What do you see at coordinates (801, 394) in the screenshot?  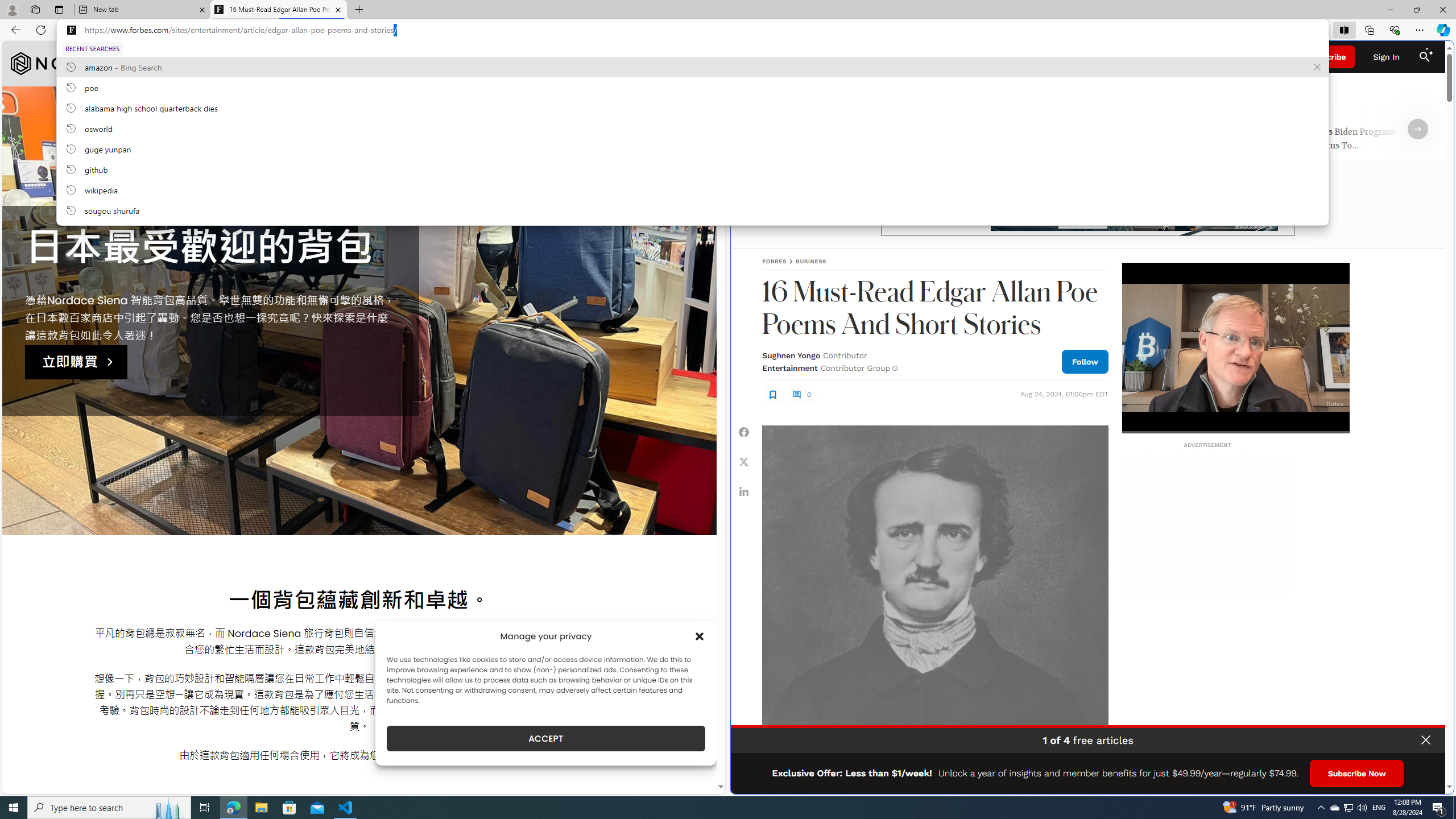 I see `'0'` at bounding box center [801, 394].